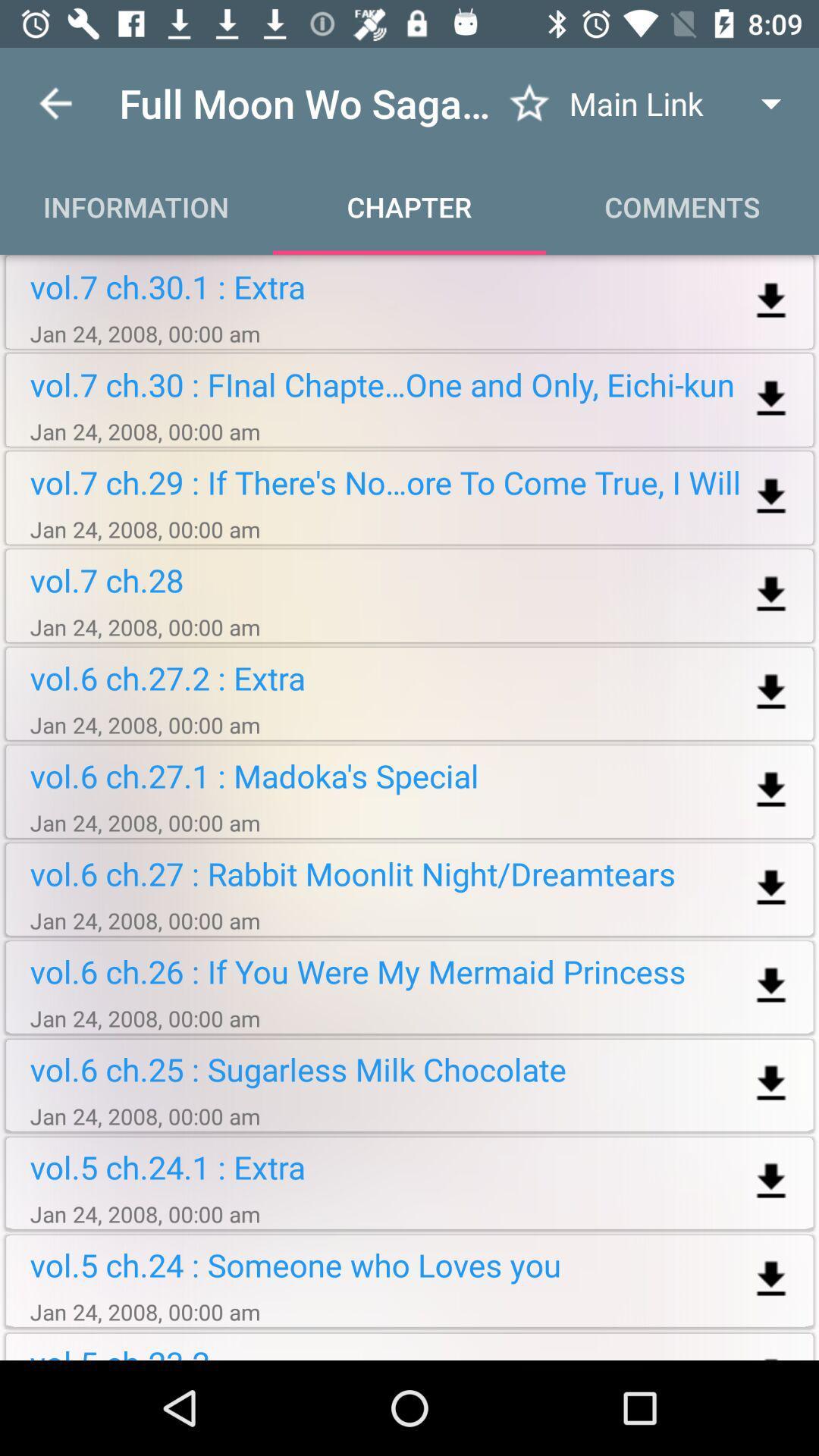  What do you see at coordinates (771, 301) in the screenshot?
I see `download symbol button` at bounding box center [771, 301].